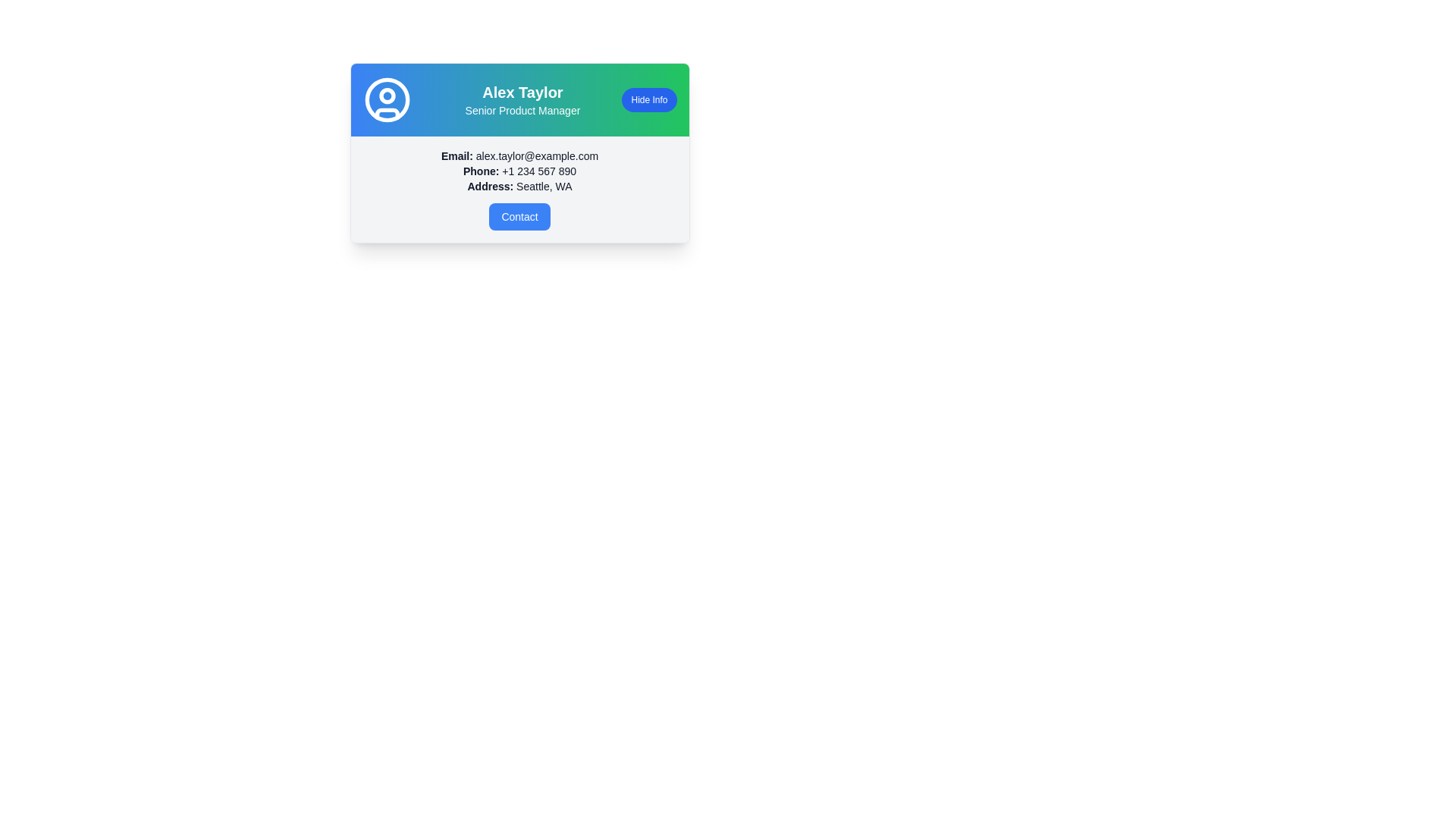  I want to click on the blue rectangular button labeled 'Contact' located at the bottom of the contact information card, so click(519, 216).